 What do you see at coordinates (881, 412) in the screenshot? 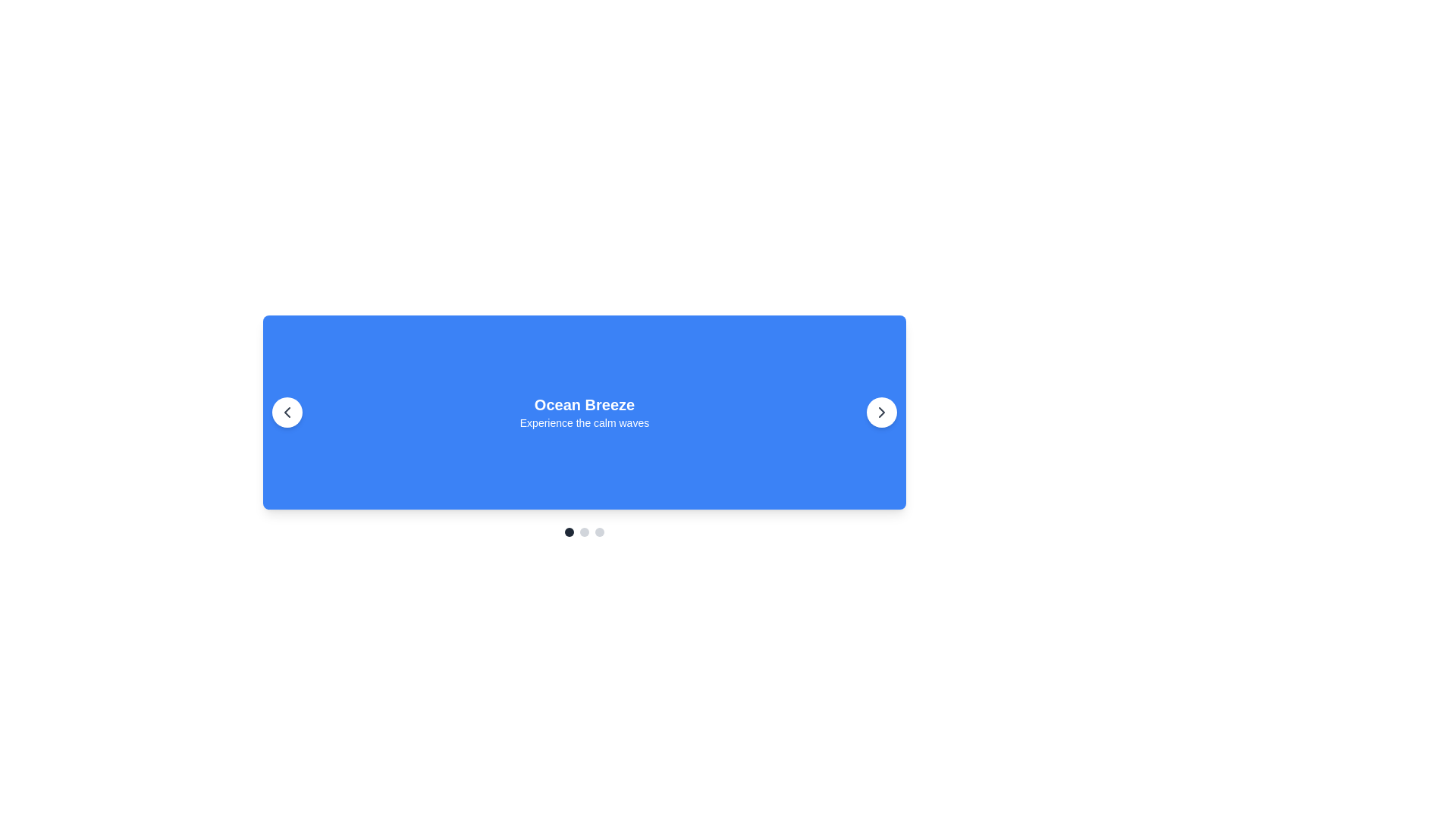
I see `the right-pointing chevron arrow icon within the circular button on the right side of the blue card` at bounding box center [881, 412].